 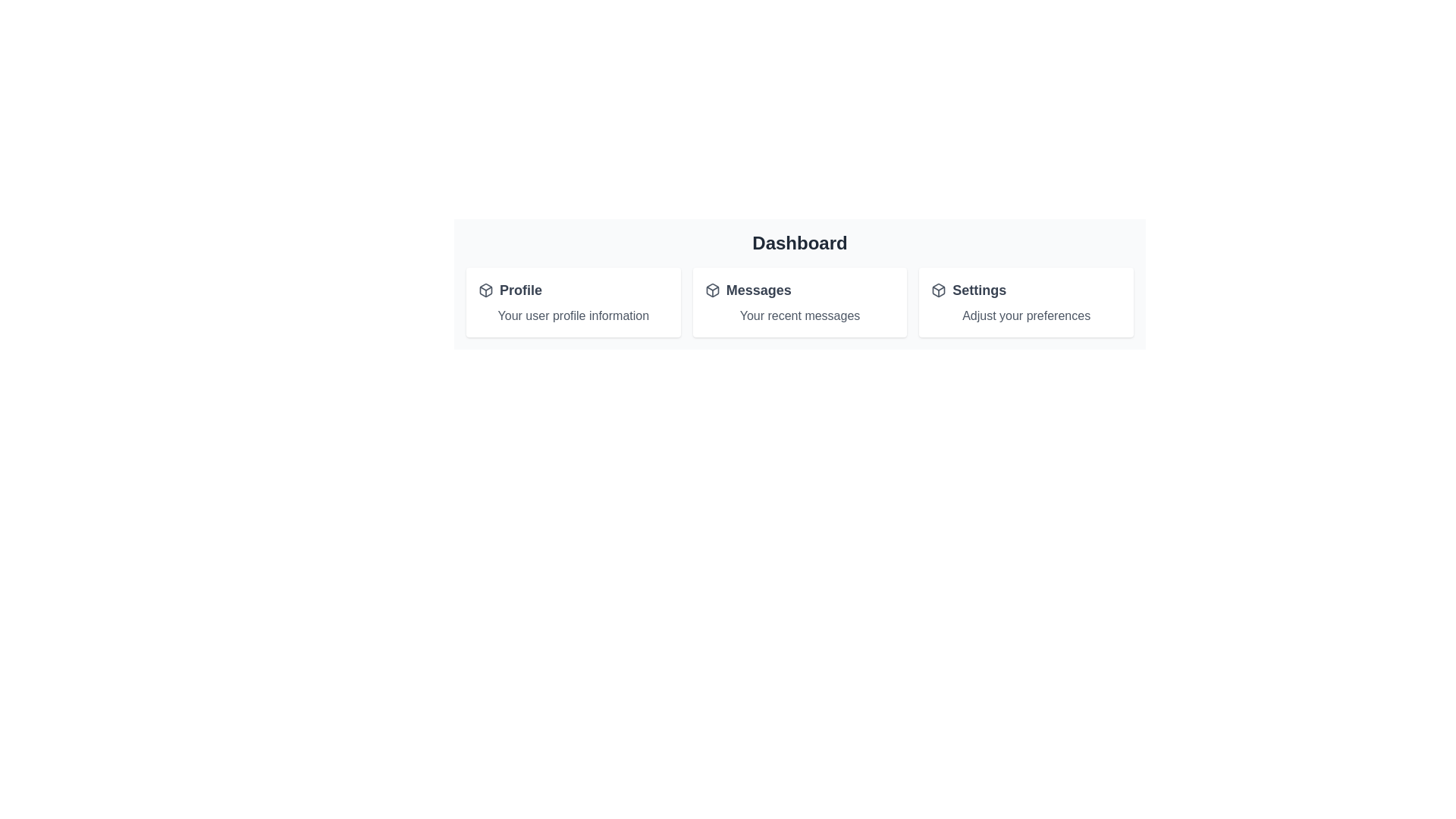 What do you see at coordinates (938, 290) in the screenshot?
I see `the 'Settings' icon located in the top-center-right area of the interface` at bounding box center [938, 290].